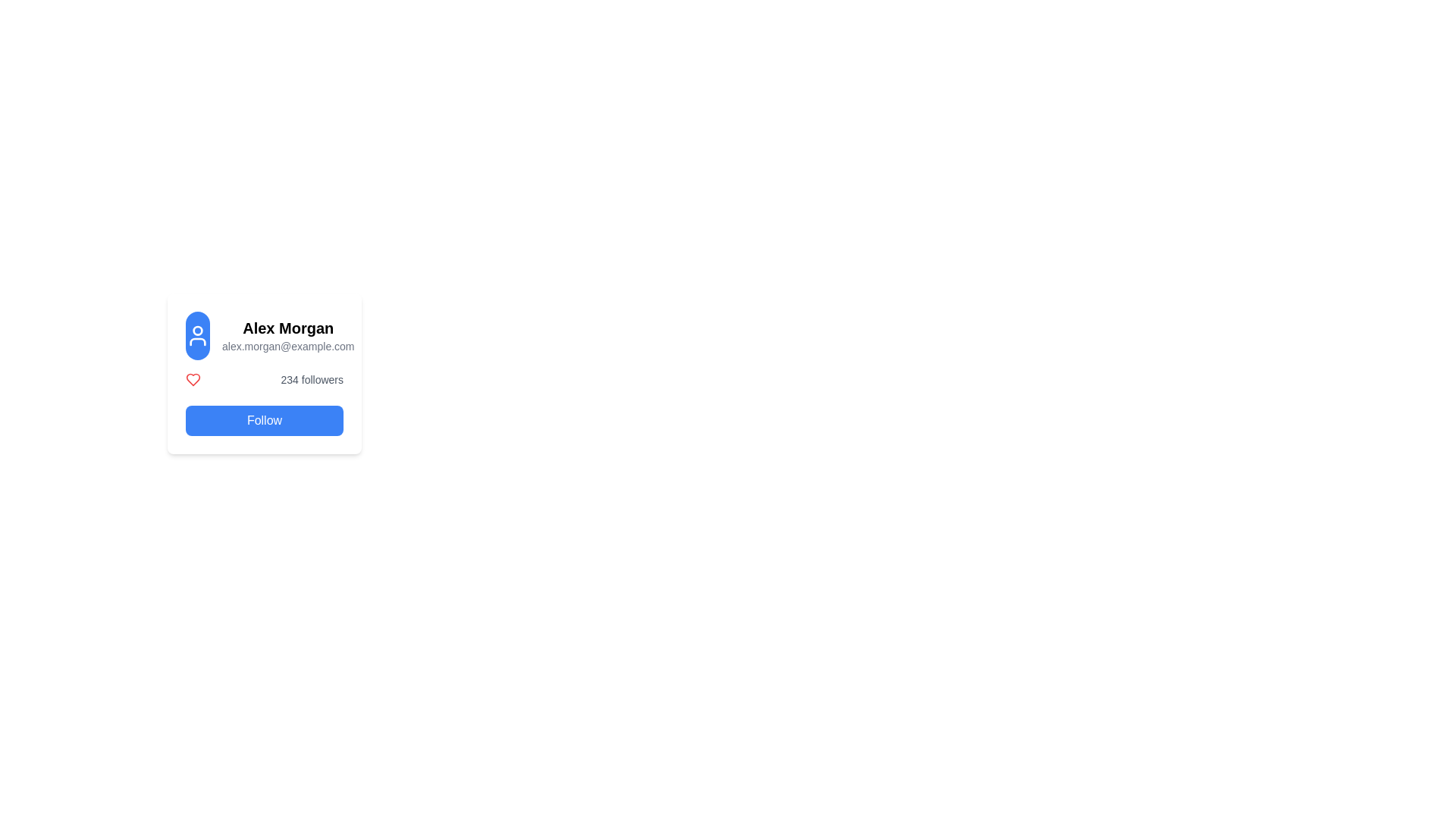 This screenshot has width=1456, height=819. I want to click on the text label displaying 'Alex Morgan' in bold, large font within the profile card on the left side of the interface, so click(288, 327).